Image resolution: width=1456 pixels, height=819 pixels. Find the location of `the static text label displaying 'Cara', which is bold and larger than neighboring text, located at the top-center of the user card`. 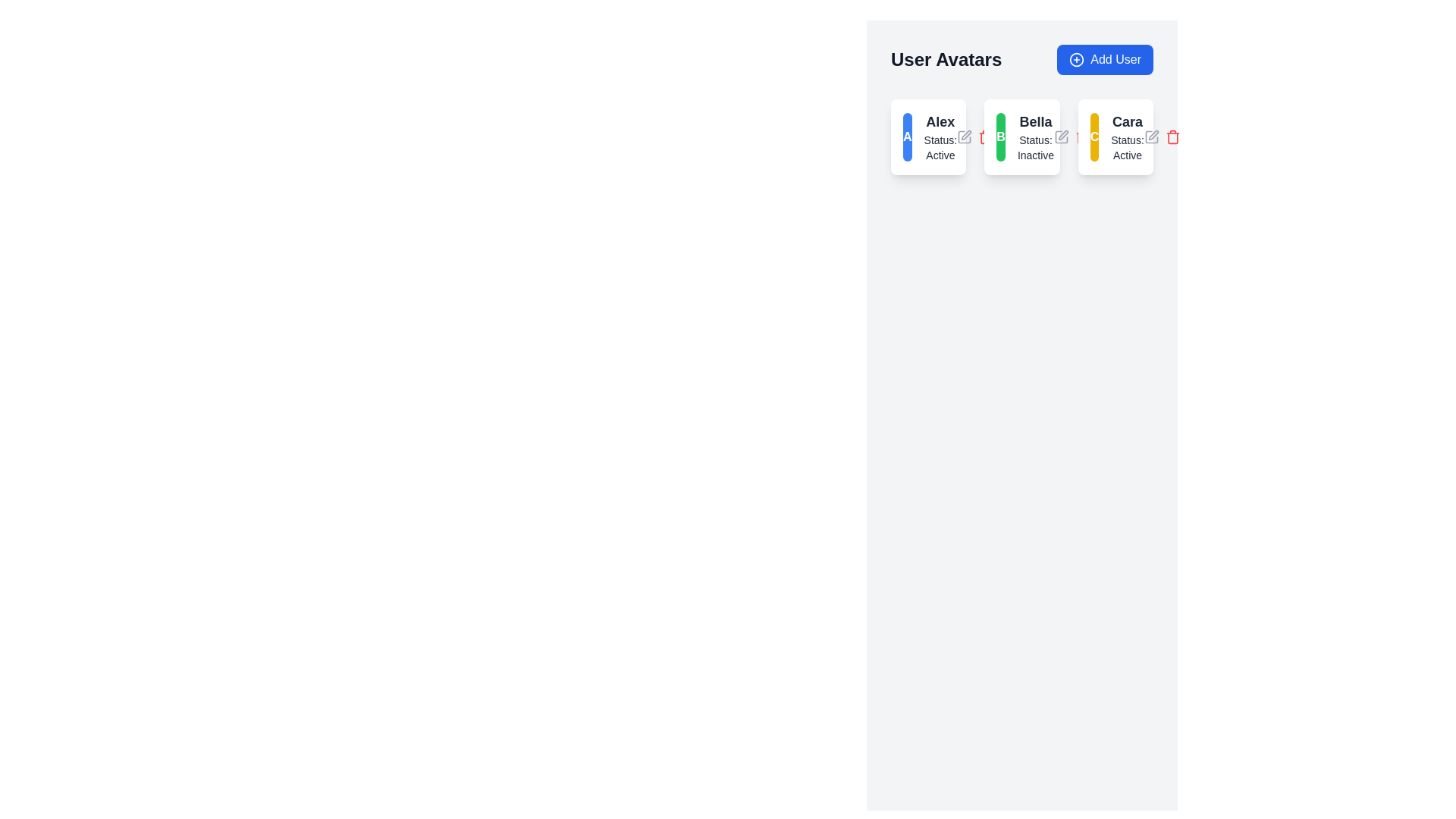

the static text label displaying 'Cara', which is bold and larger than neighboring text, located at the top-center of the user card is located at coordinates (1128, 121).